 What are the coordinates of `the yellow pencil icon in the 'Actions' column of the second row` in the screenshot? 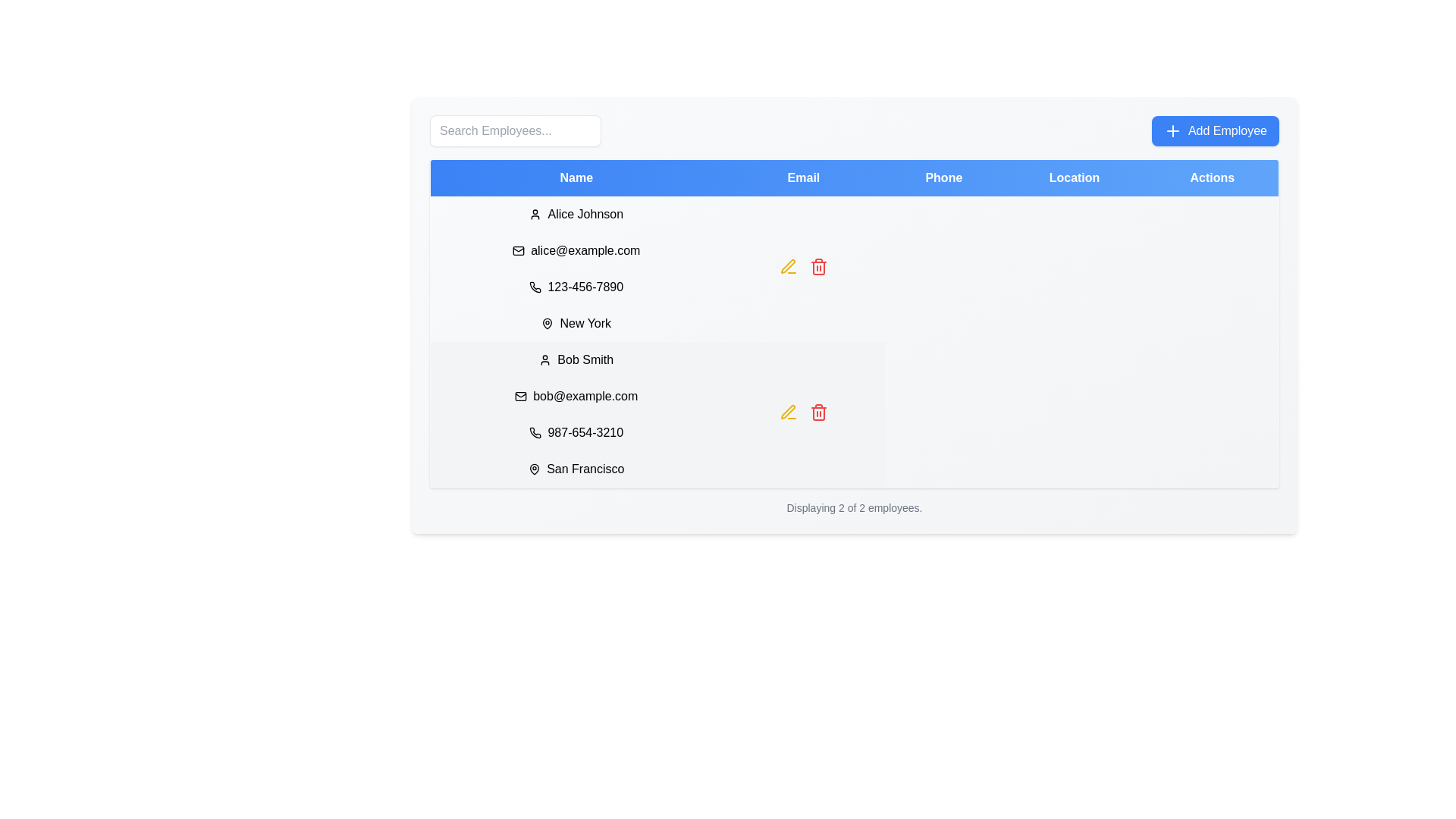 It's located at (788, 412).